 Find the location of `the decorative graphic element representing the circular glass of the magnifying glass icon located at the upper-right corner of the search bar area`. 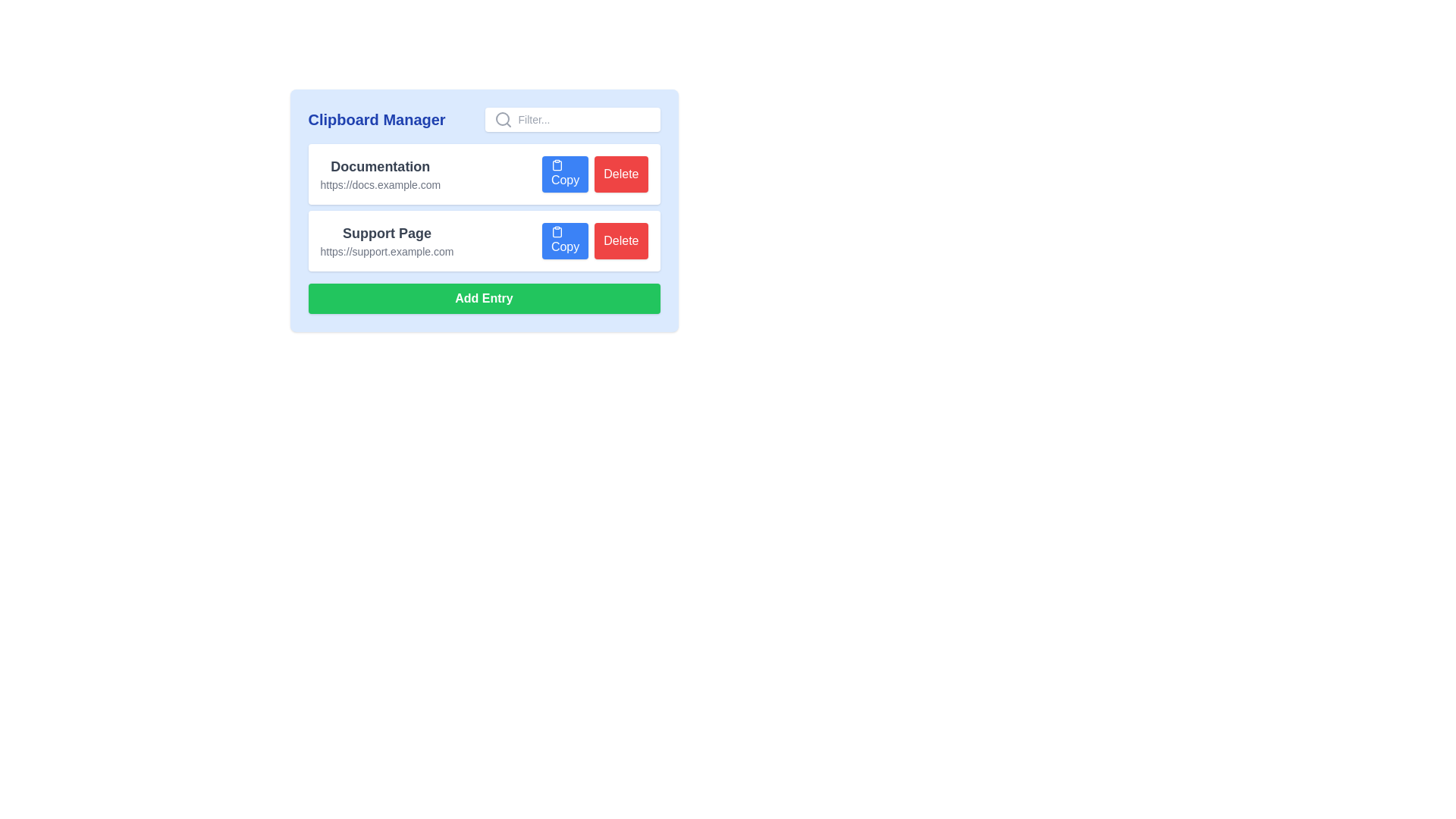

the decorative graphic element representing the circular glass of the magnifying glass icon located at the upper-right corner of the search bar area is located at coordinates (502, 118).